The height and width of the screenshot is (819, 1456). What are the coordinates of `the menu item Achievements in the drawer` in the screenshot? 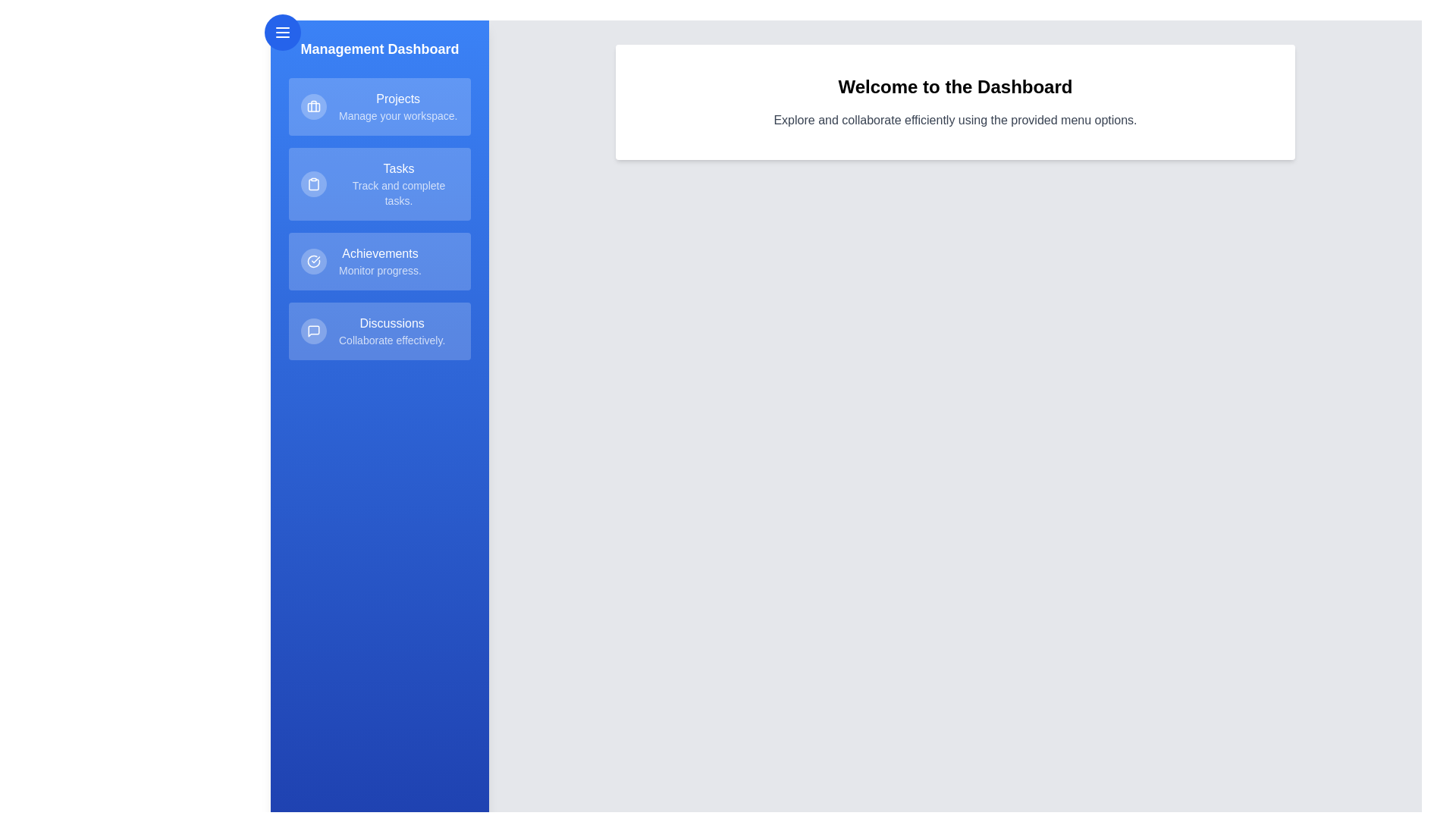 It's located at (379, 260).